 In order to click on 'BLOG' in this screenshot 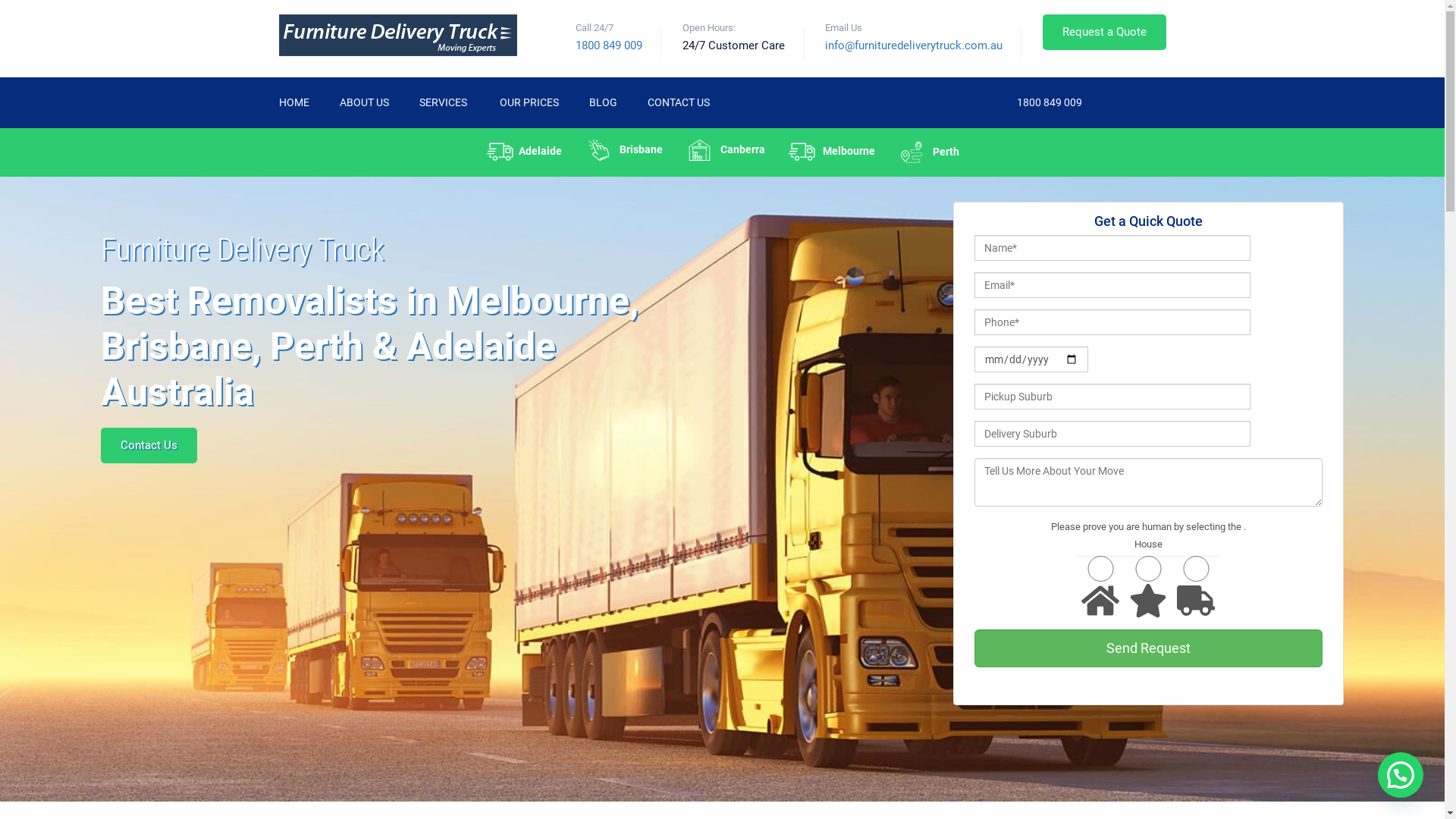, I will do `click(601, 102)`.